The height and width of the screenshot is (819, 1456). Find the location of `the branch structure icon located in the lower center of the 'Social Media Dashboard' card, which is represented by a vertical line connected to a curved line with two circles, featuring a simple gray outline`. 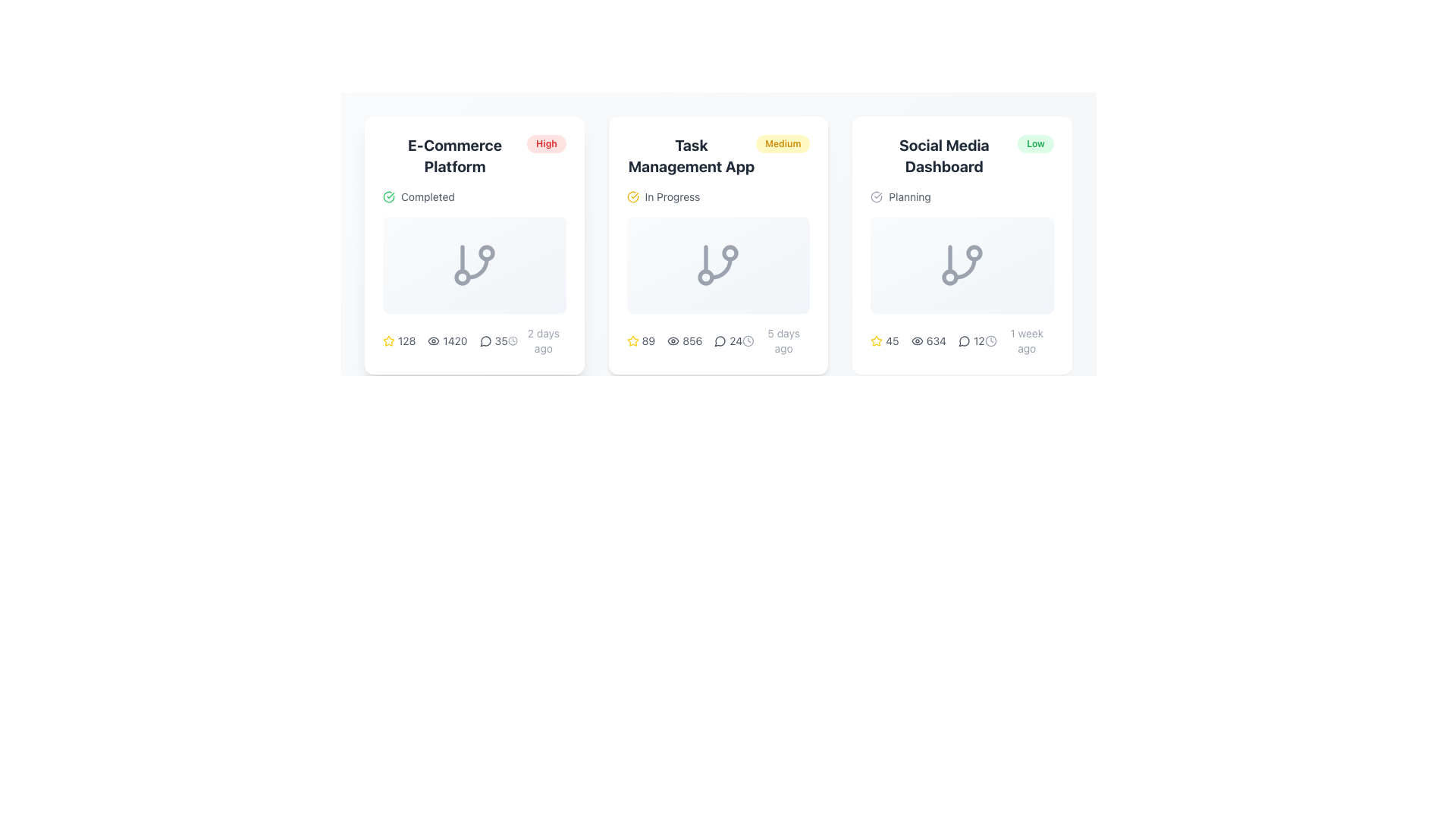

the branch structure icon located in the lower center of the 'Social Media Dashboard' card, which is represented by a vertical line connected to a curved line with two circles, featuring a simple gray outline is located at coordinates (962, 265).